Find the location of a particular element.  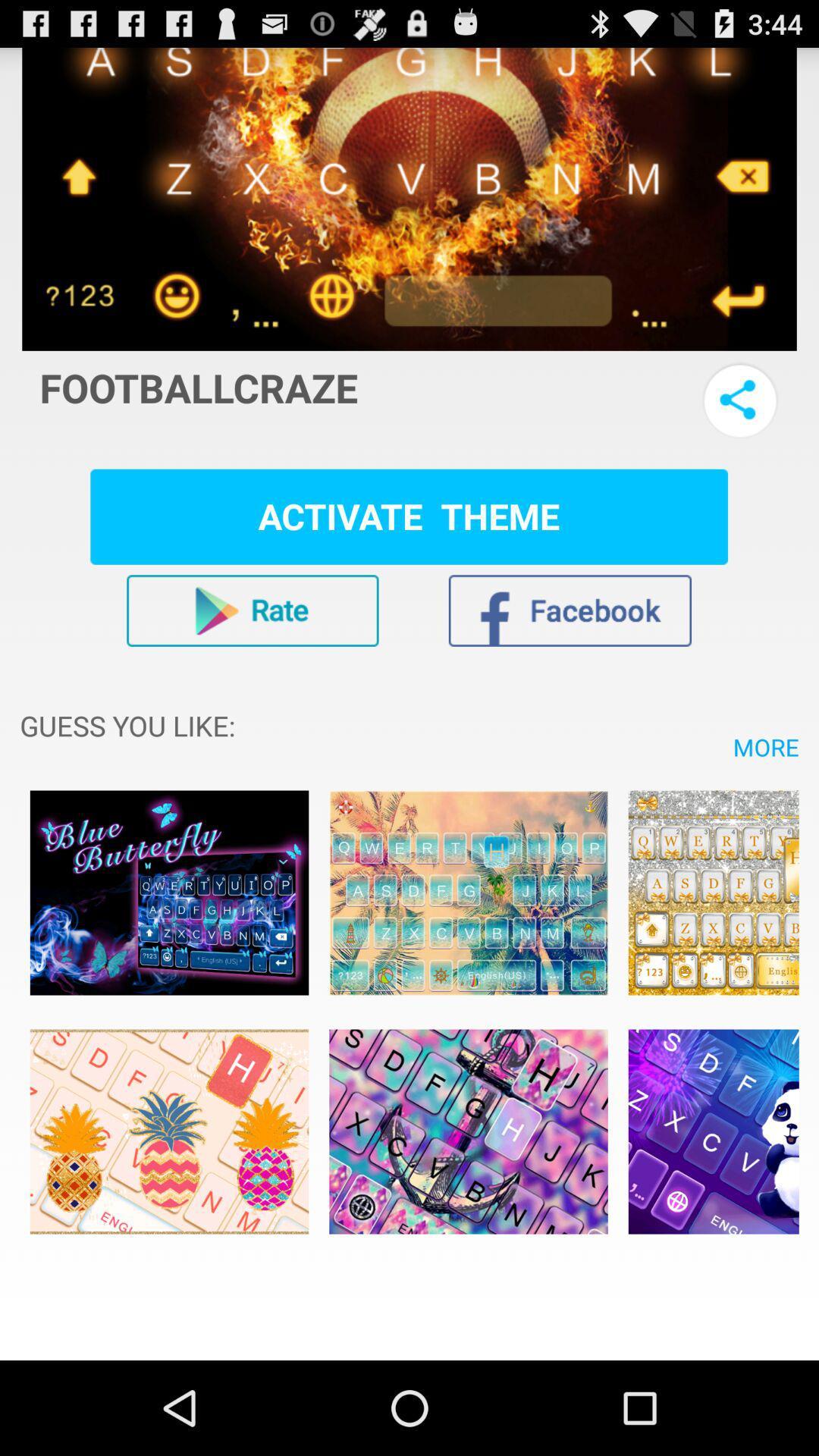

select blue butterfly theme is located at coordinates (169, 893).